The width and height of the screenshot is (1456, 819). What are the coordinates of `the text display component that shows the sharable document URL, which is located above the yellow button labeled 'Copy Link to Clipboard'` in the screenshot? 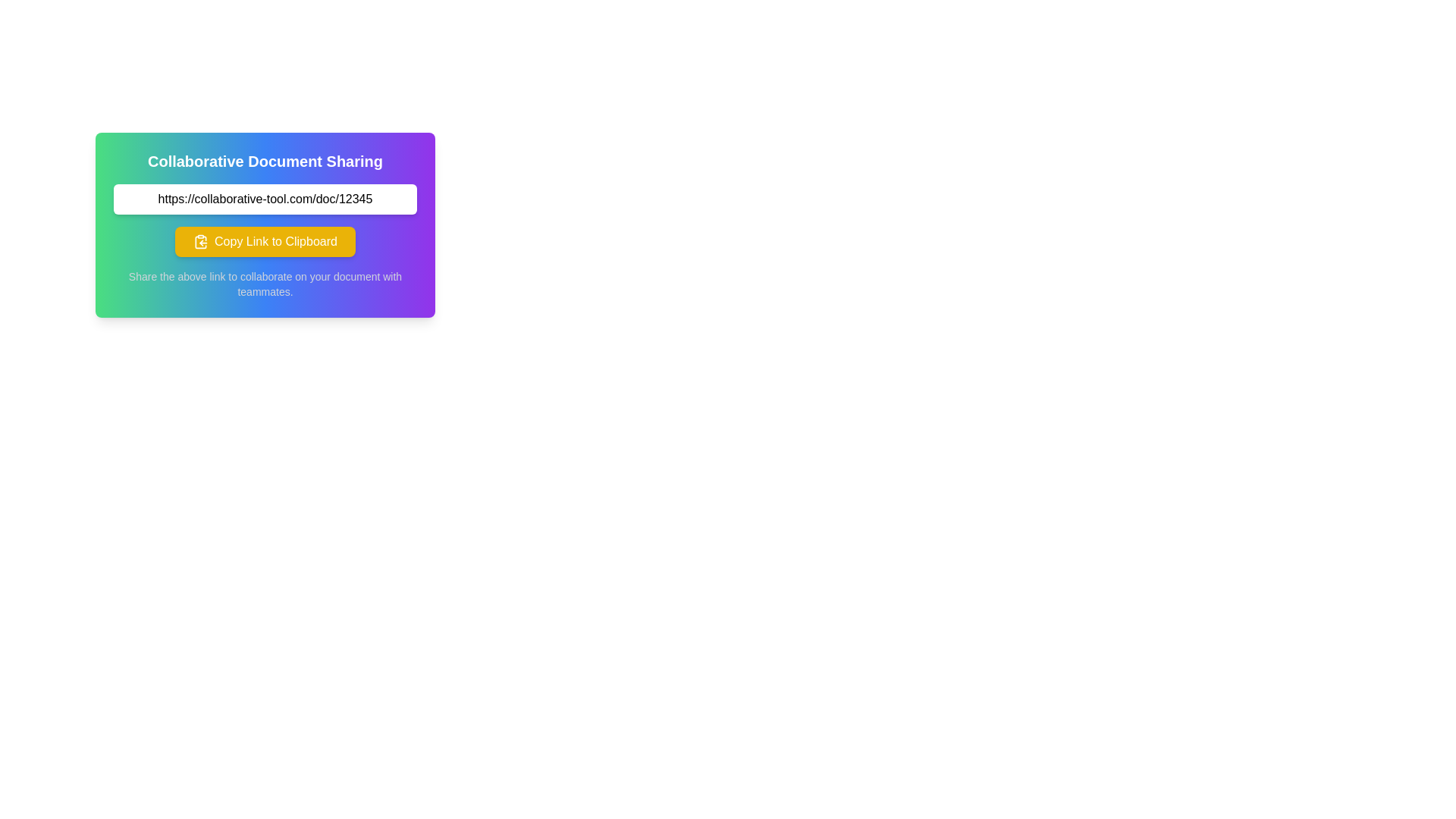 It's located at (265, 198).